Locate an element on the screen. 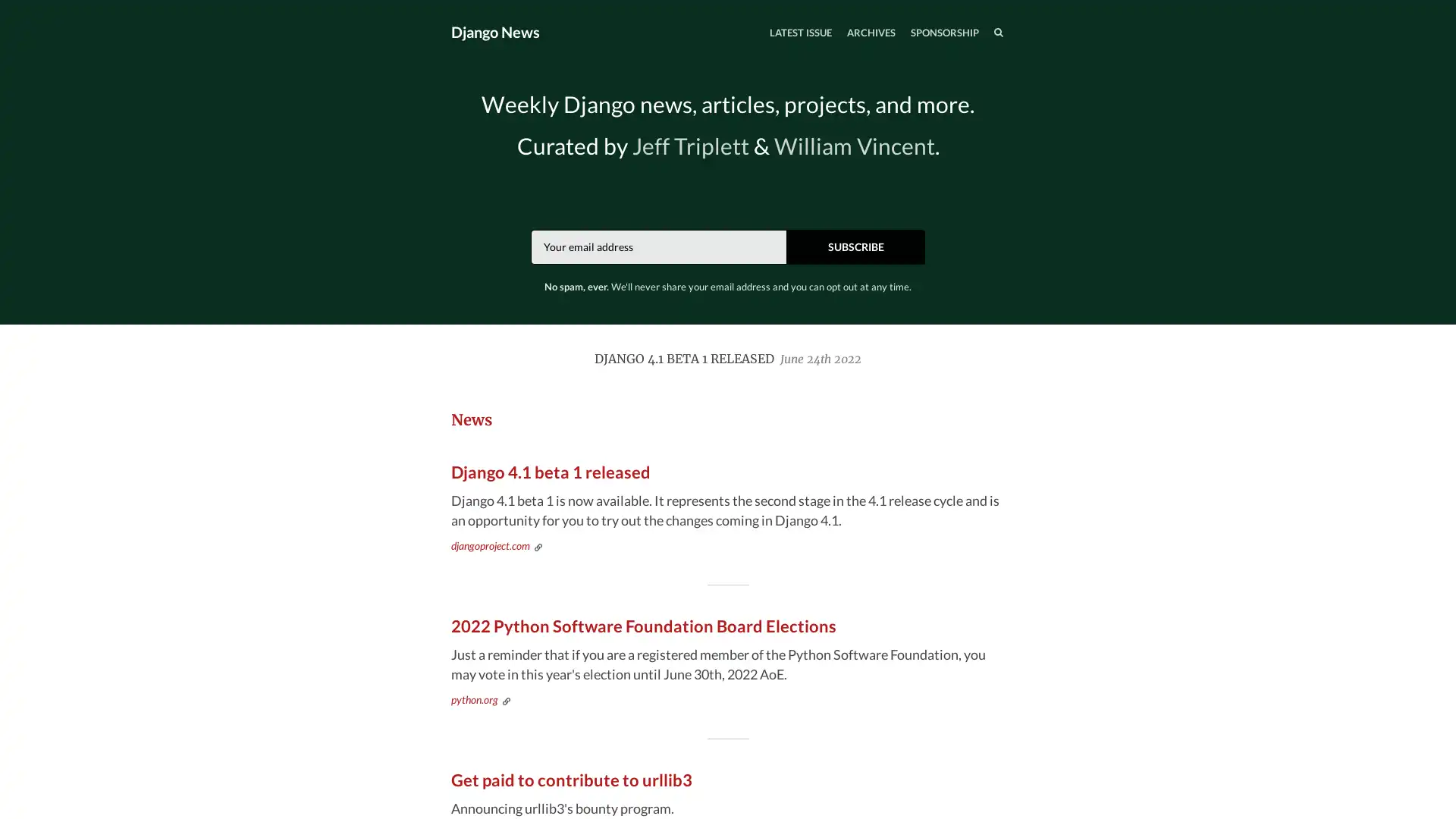  TOGGLE MENU is located at coordinates (453, 3).